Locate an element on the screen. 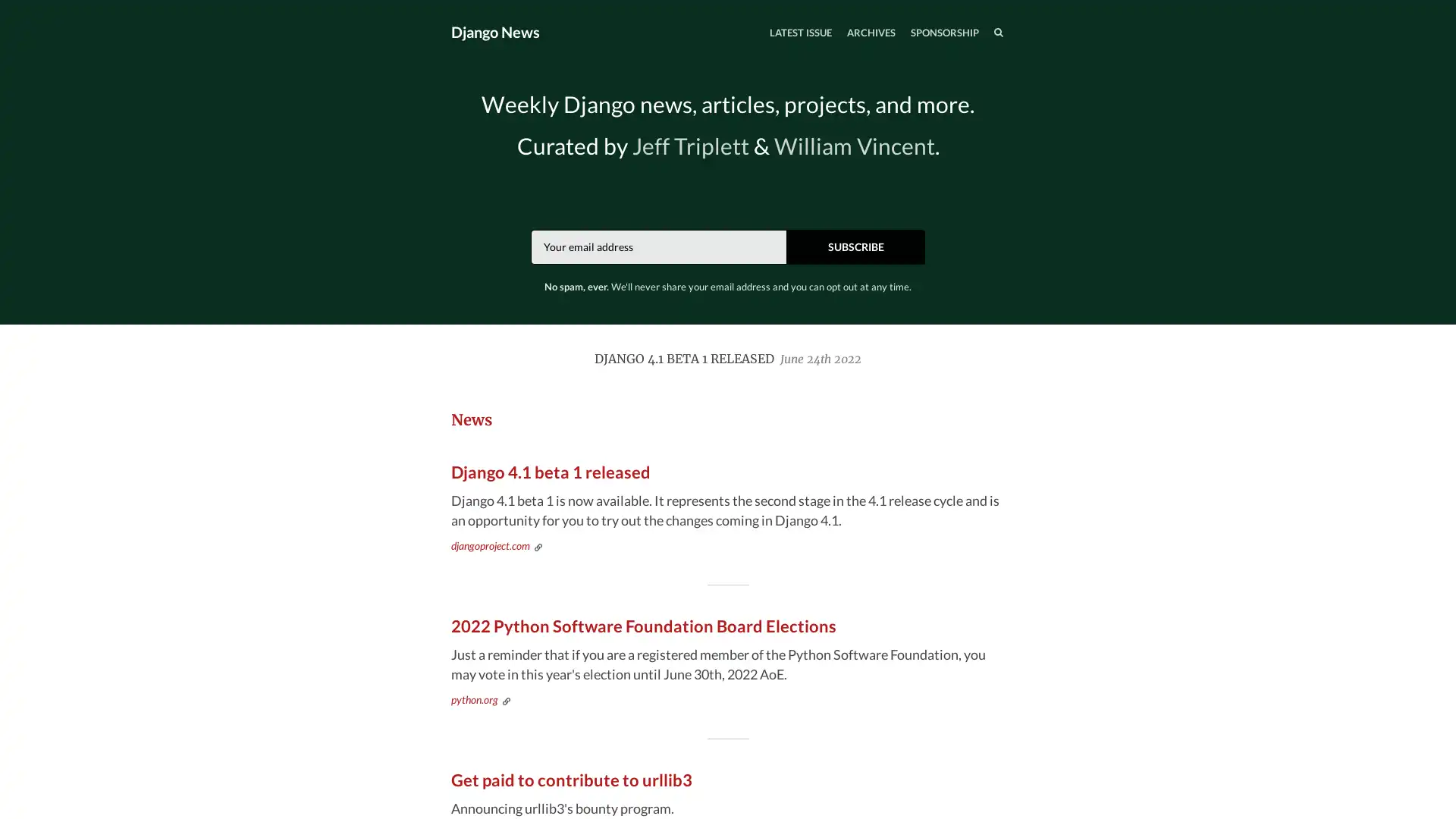  TOGGLE MENU is located at coordinates (453, 3).